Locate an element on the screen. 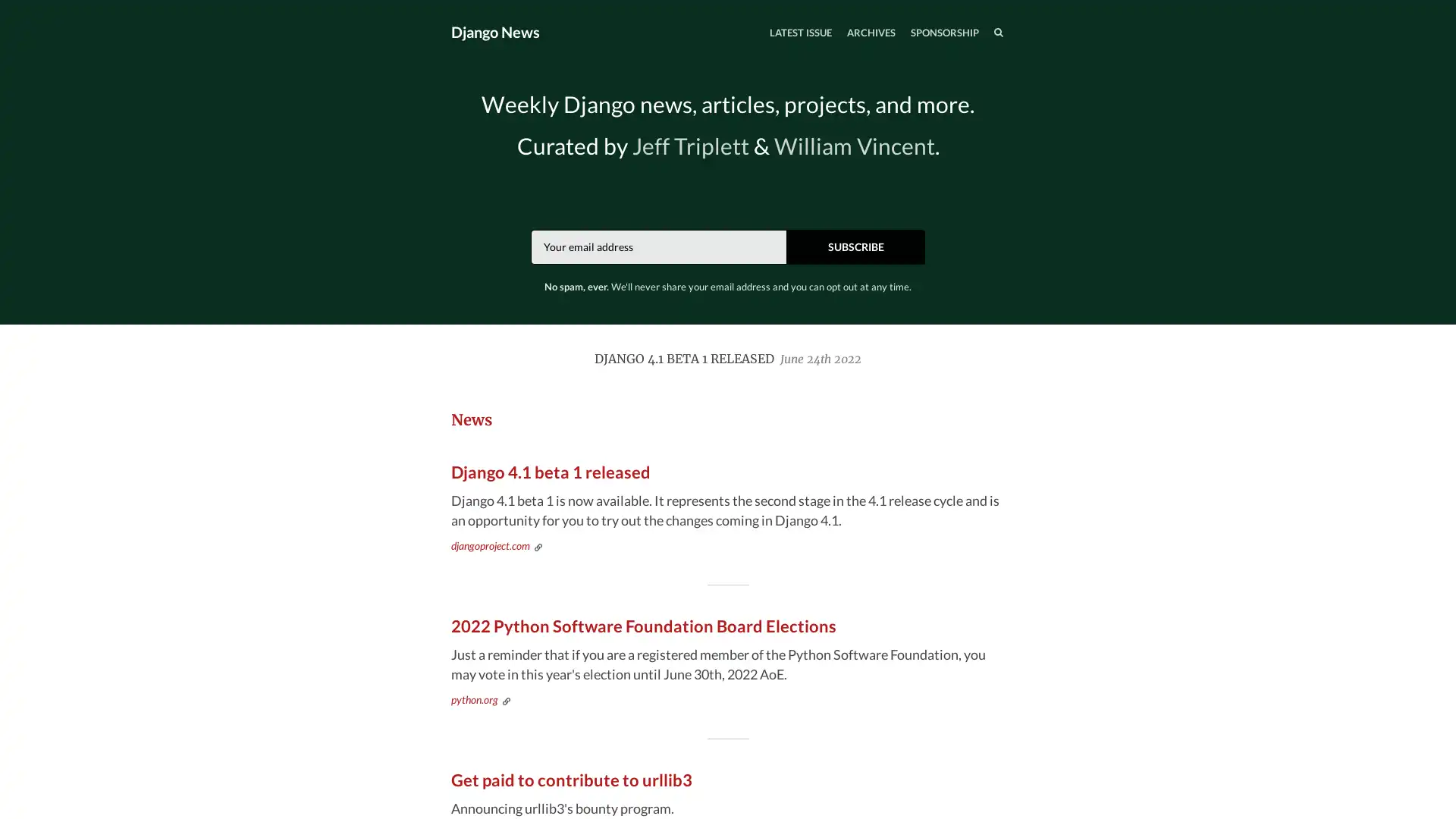  TOGGLE MENU is located at coordinates (453, 3).